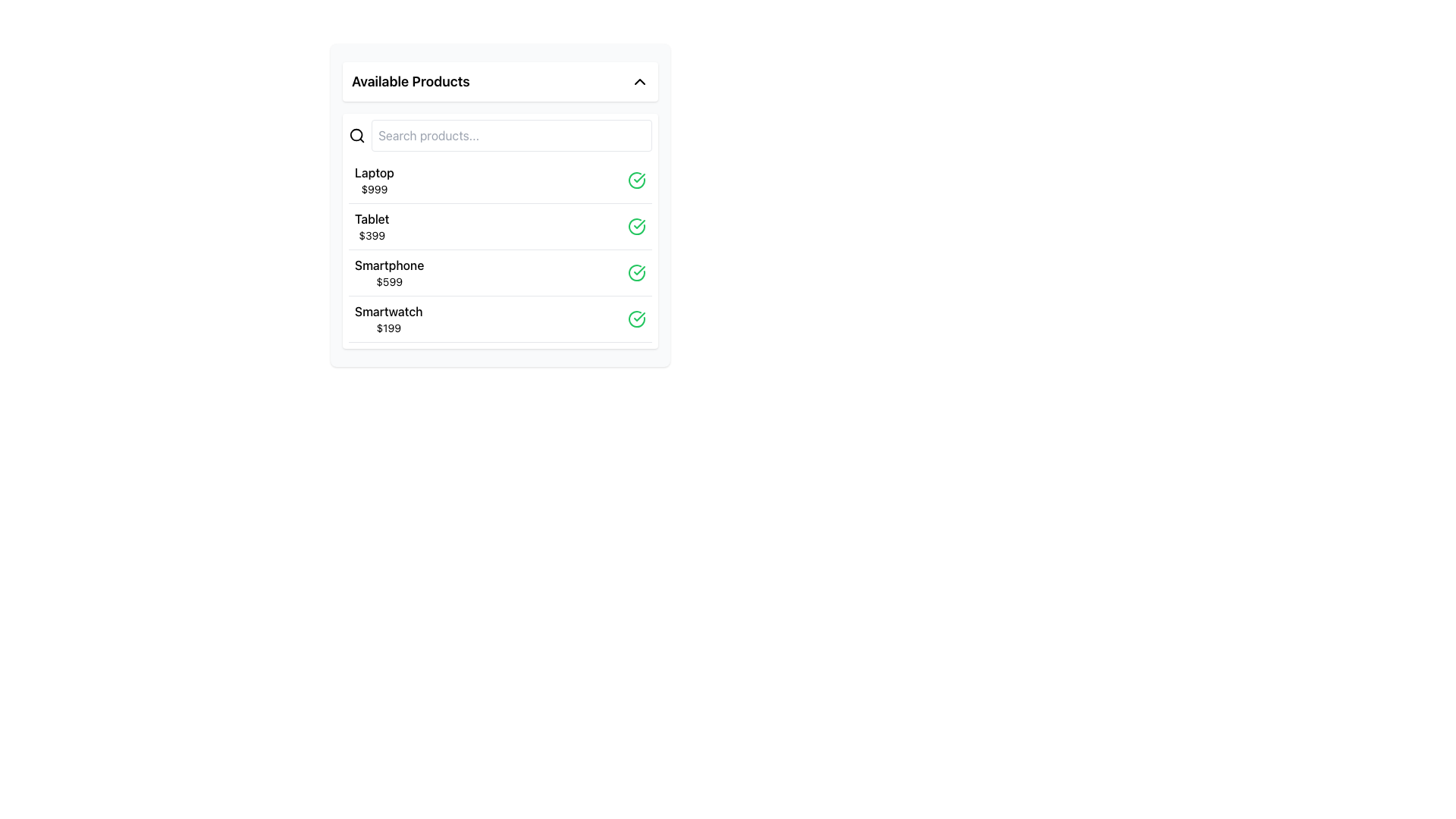  I want to click on the checkmark icon inside a circle, which is located to the right of the 'Smartwatch - $199' item in the product list, so click(639, 270).